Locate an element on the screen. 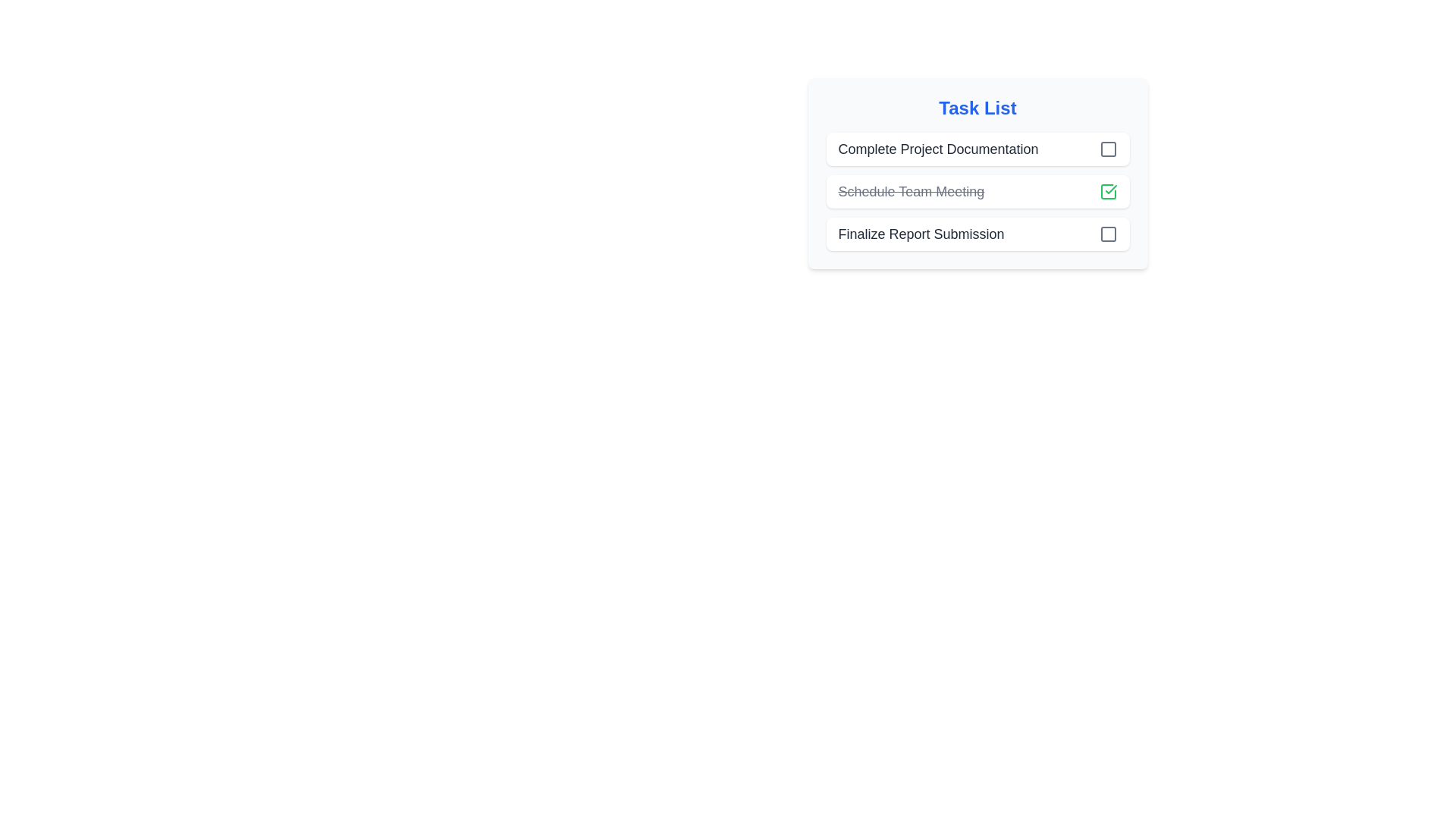 The width and height of the screenshot is (1456, 819). the small square decorative or status-indicating icon component located to the right of the task titled 'Complete Project Documentation' in the vertical task list is located at coordinates (1108, 149).